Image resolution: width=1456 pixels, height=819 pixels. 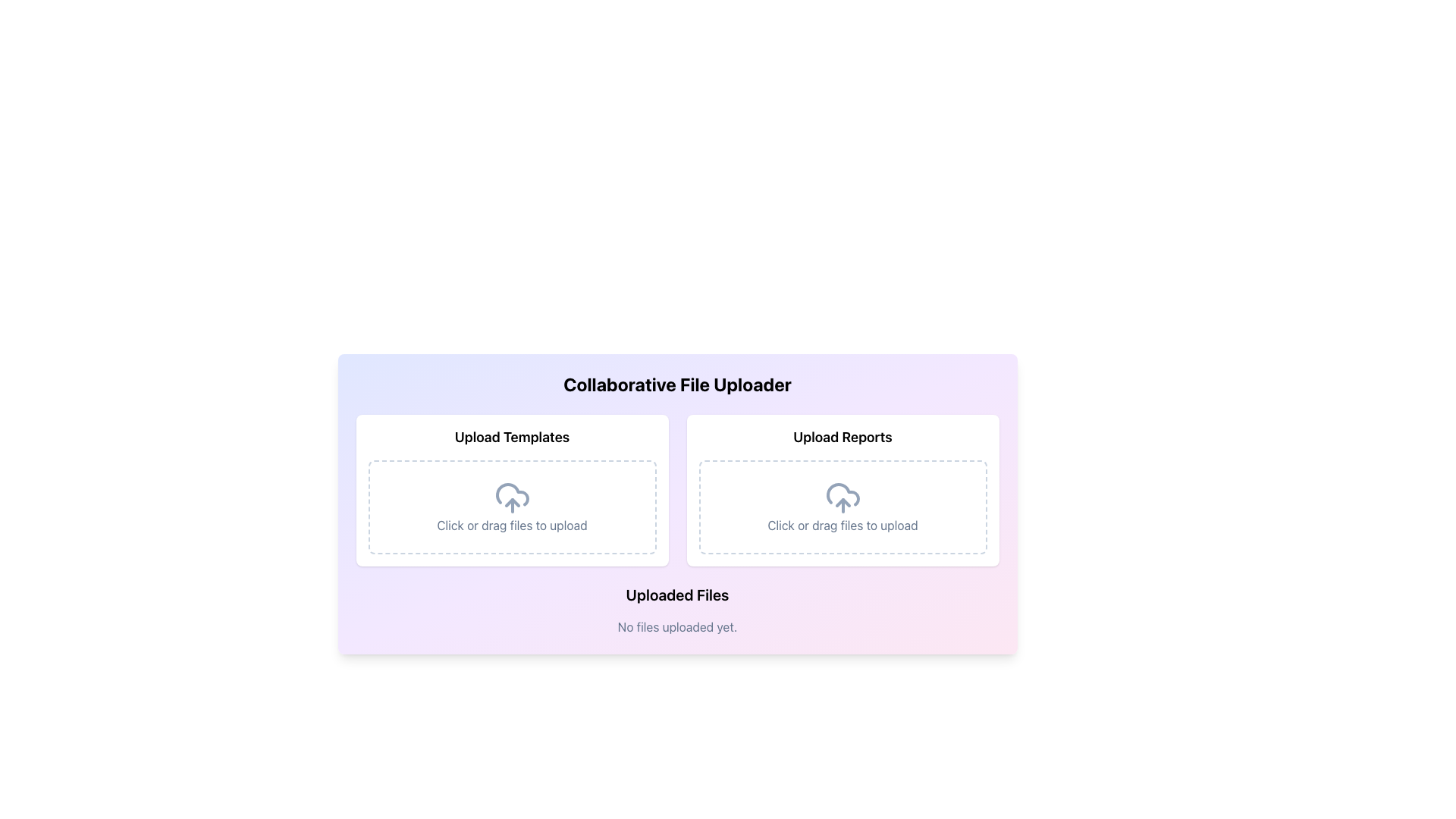 I want to click on the cloud upload icon, which is characterized by its cloud shape and upward arrow, located within the dashed-bordered area labeled 'Click or drag files to upload.', so click(x=512, y=497).